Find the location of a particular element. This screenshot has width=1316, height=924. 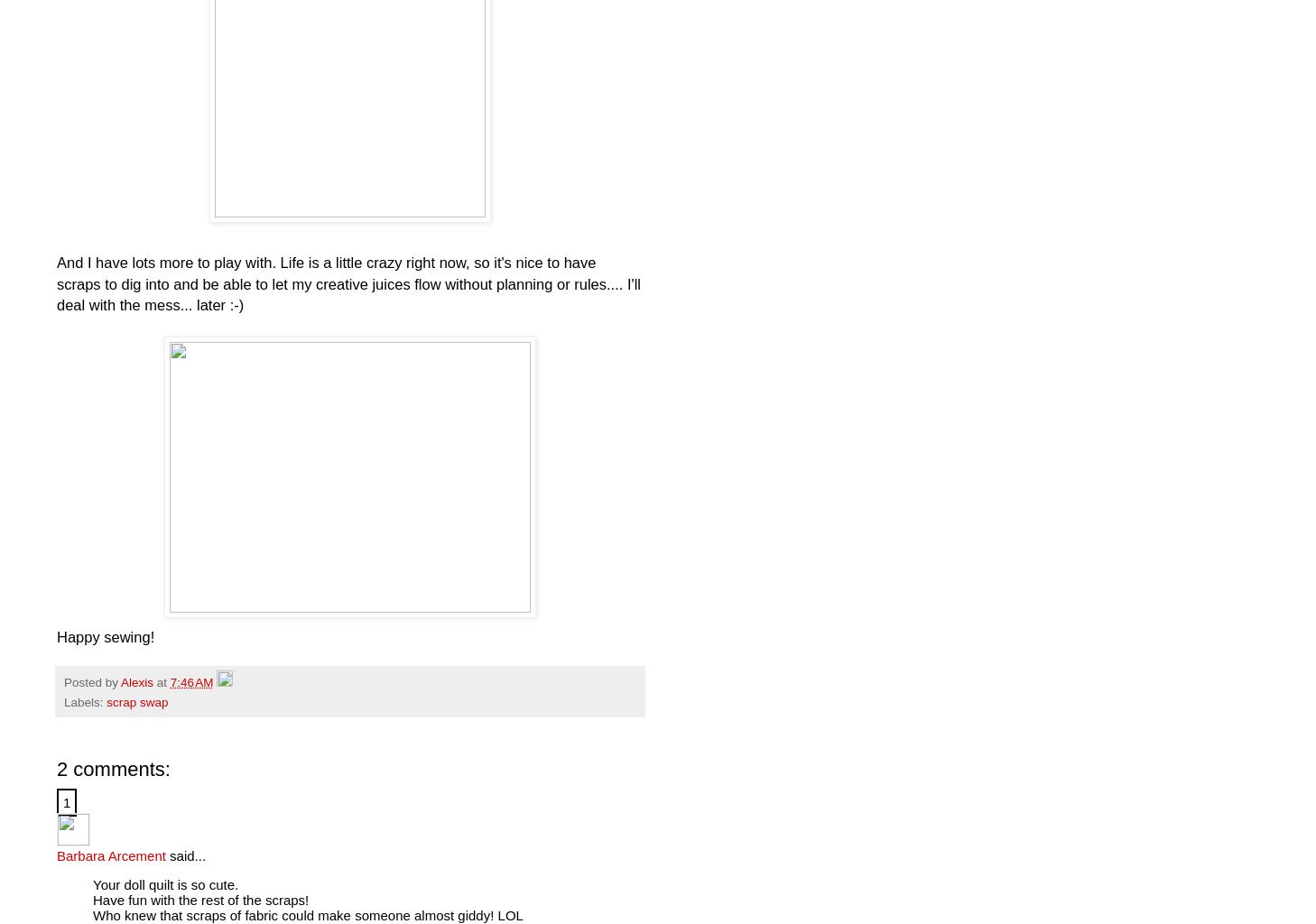

'Have fun with the rest of the scraps!' is located at coordinates (199, 899).